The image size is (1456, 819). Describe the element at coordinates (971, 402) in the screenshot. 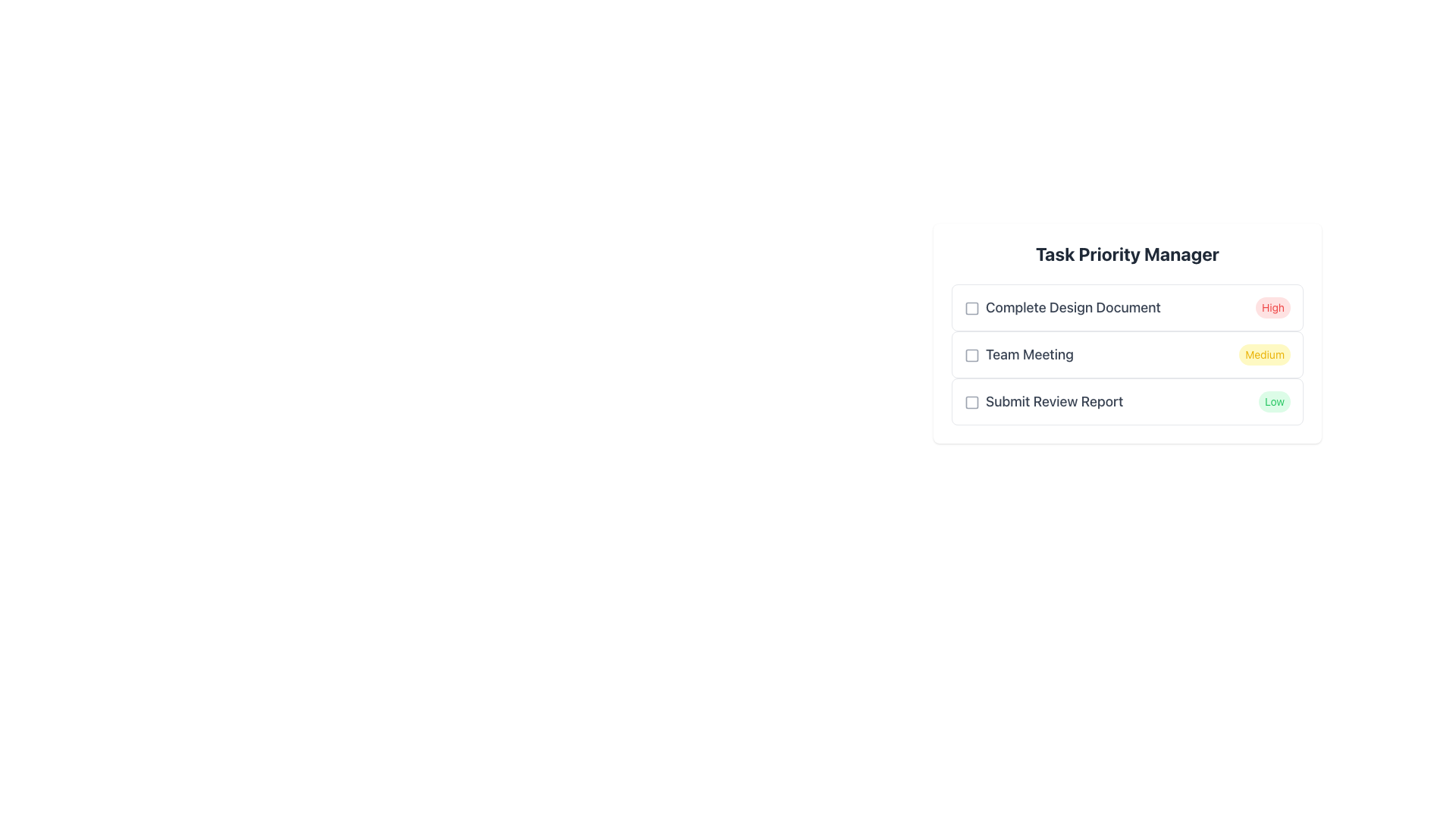

I see `the checkbox located to the left of the text 'Submit Review Report' in the Task Priority Manager` at that location.